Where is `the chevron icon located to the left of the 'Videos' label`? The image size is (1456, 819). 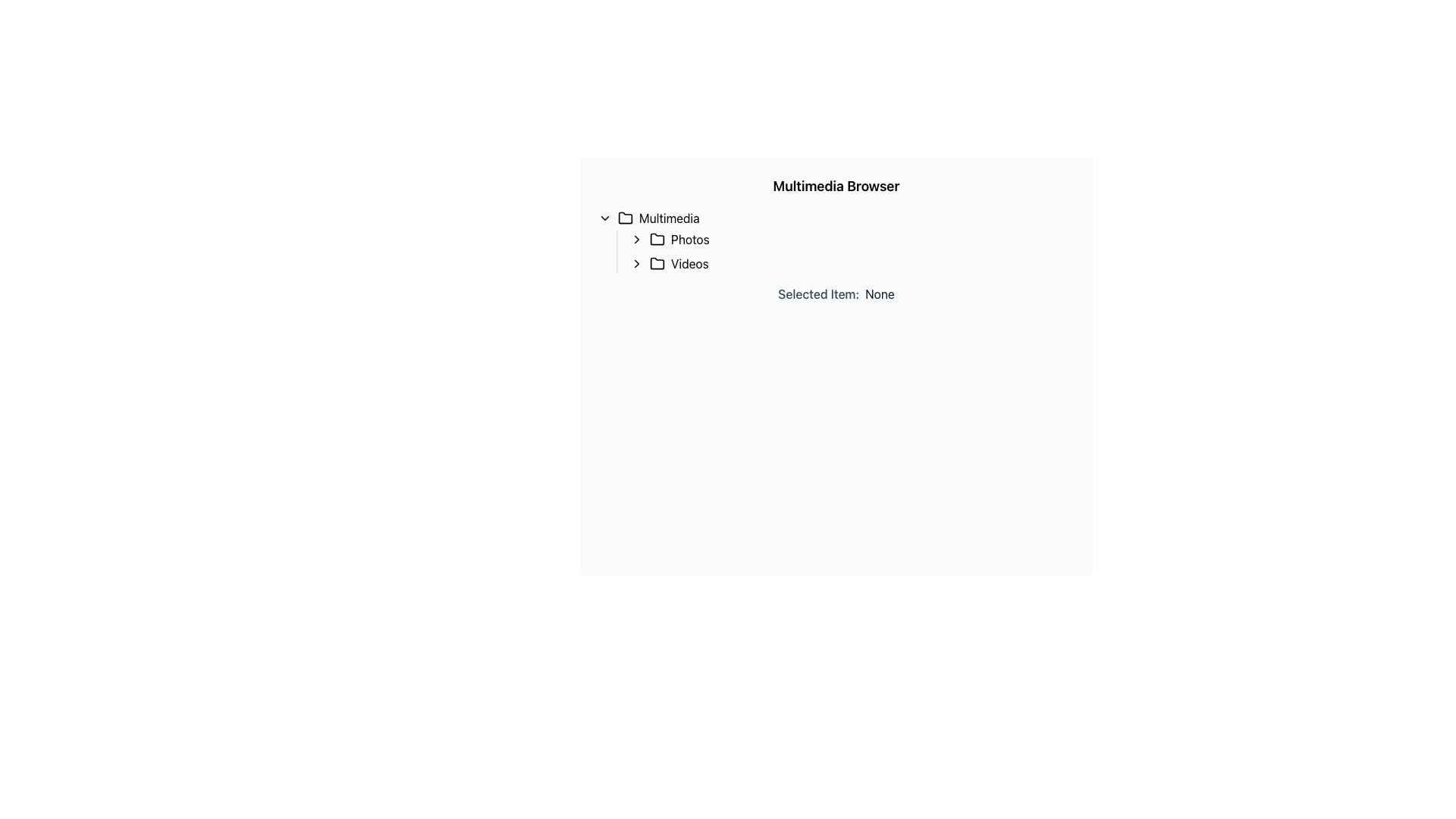 the chevron icon located to the left of the 'Videos' label is located at coordinates (637, 262).